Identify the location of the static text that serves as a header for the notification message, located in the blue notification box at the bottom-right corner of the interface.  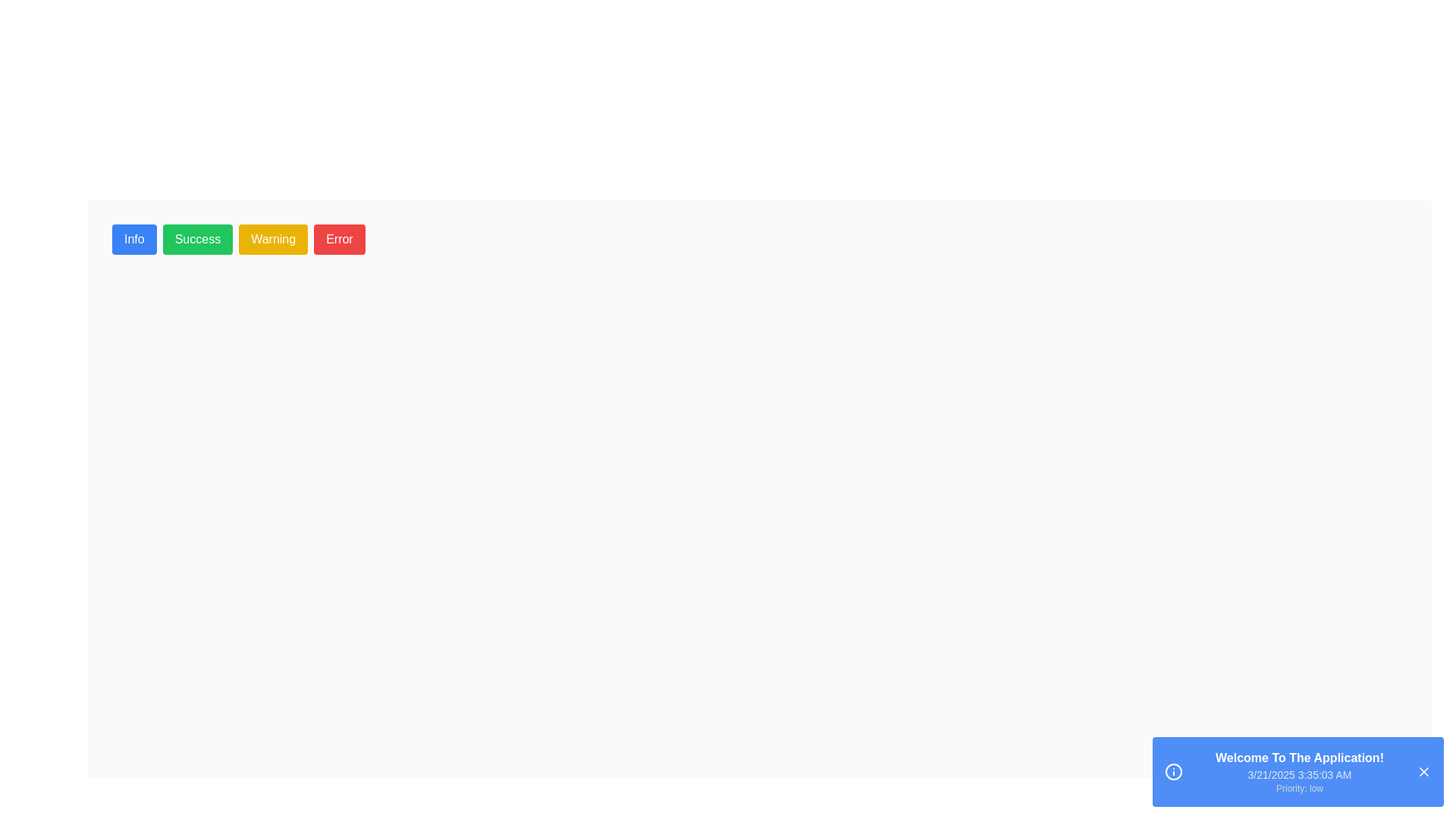
(1298, 758).